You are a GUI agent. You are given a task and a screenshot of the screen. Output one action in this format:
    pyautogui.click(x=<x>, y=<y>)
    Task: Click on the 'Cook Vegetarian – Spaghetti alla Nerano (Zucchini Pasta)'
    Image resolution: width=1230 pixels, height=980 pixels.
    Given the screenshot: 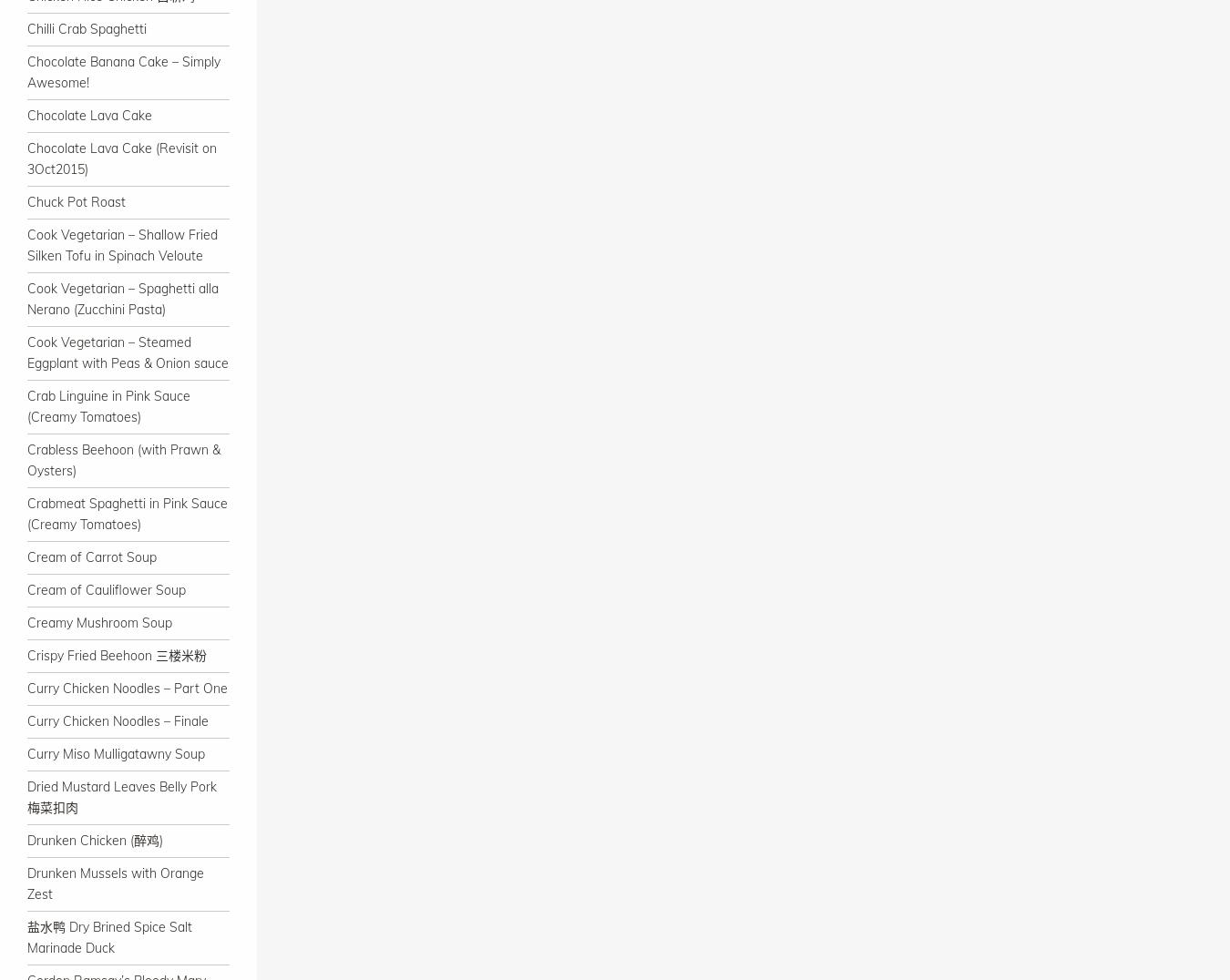 What is the action you would take?
    pyautogui.click(x=123, y=299)
    